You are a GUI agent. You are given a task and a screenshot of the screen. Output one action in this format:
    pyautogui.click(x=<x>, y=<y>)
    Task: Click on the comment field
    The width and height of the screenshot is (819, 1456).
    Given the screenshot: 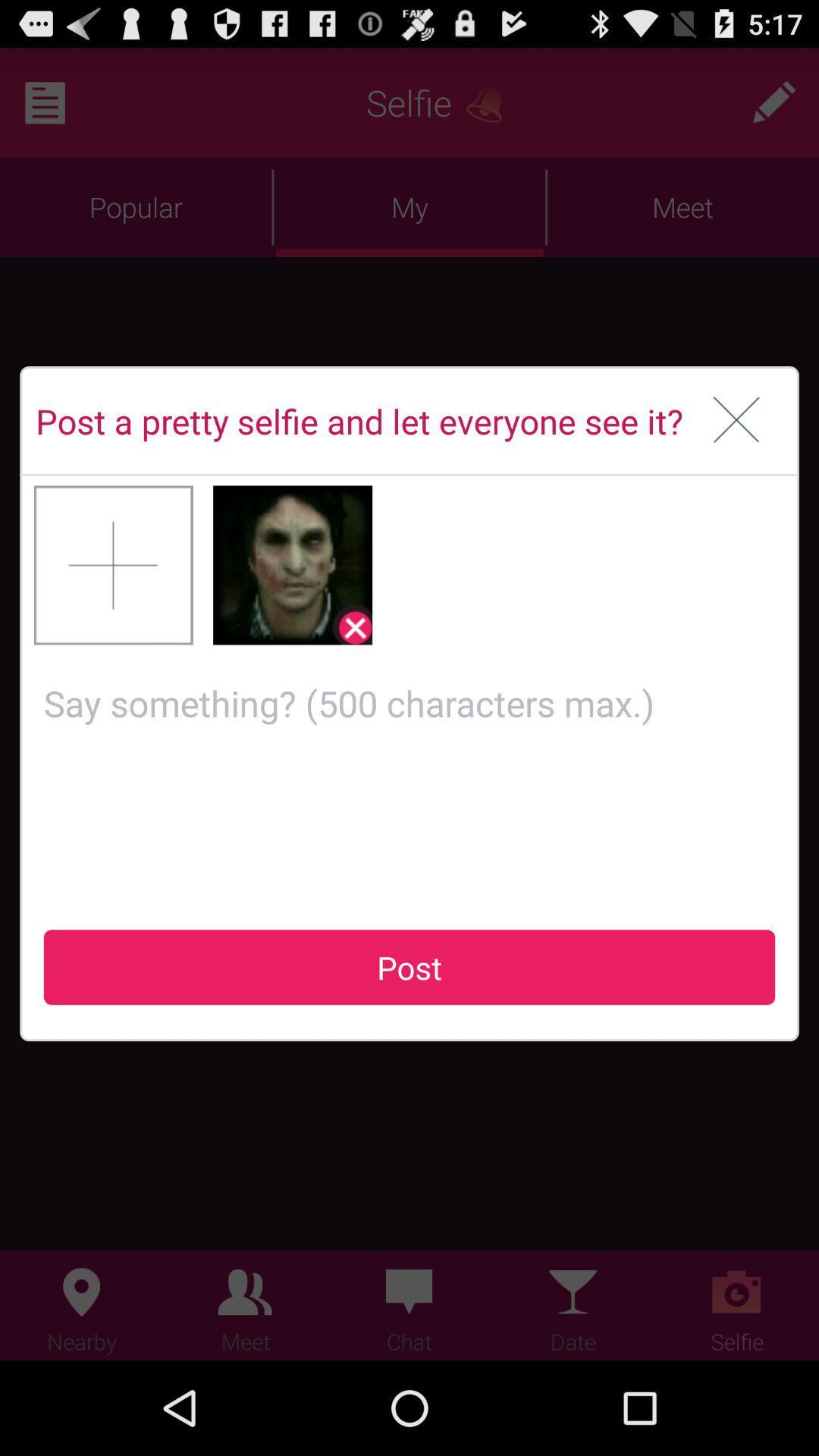 What is the action you would take?
    pyautogui.click(x=409, y=774)
    